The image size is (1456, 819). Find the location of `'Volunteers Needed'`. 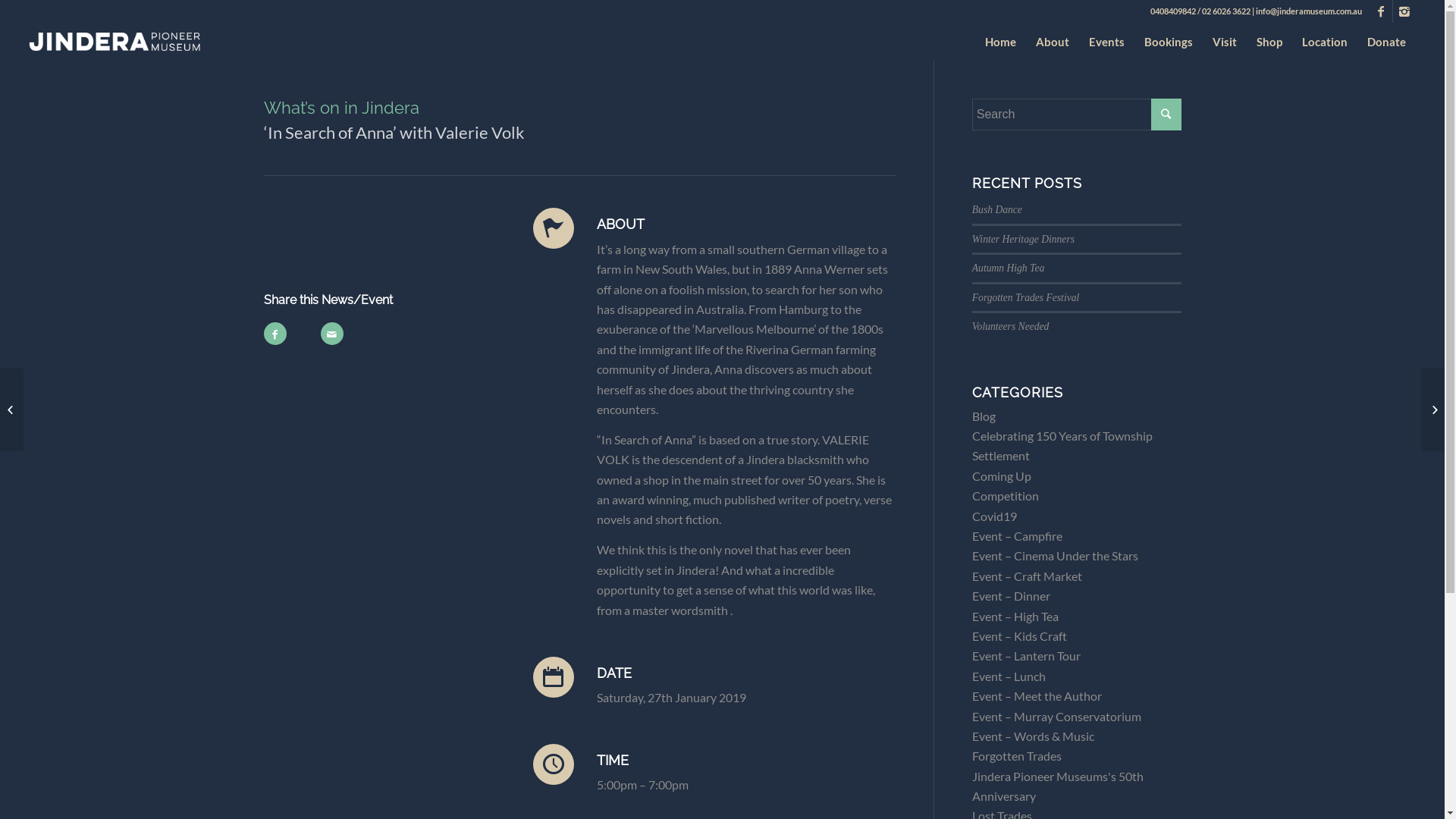

'Volunteers Needed' is located at coordinates (1011, 325).